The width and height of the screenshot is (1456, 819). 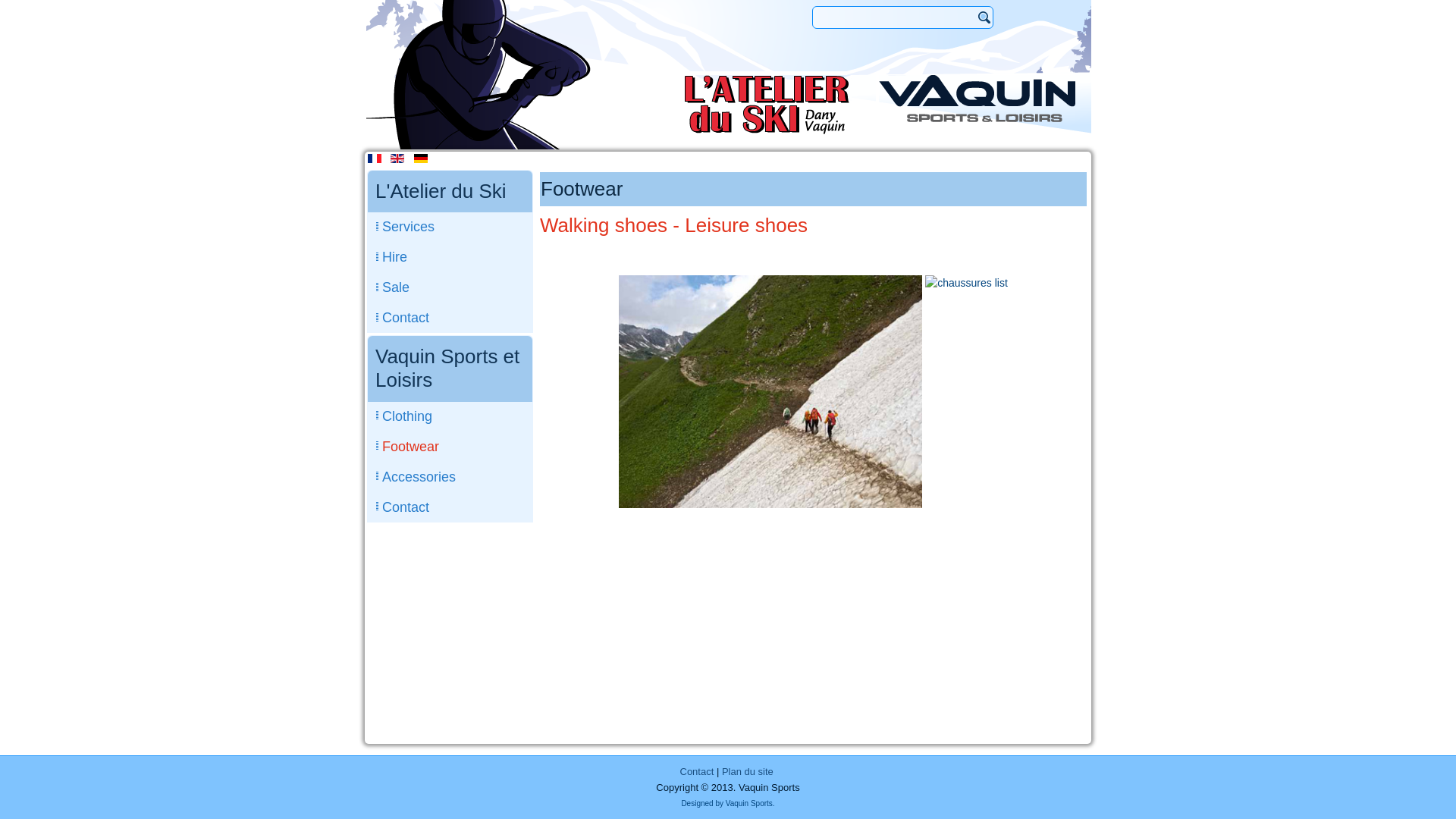 I want to click on 'Deutsch', so click(x=421, y=158).